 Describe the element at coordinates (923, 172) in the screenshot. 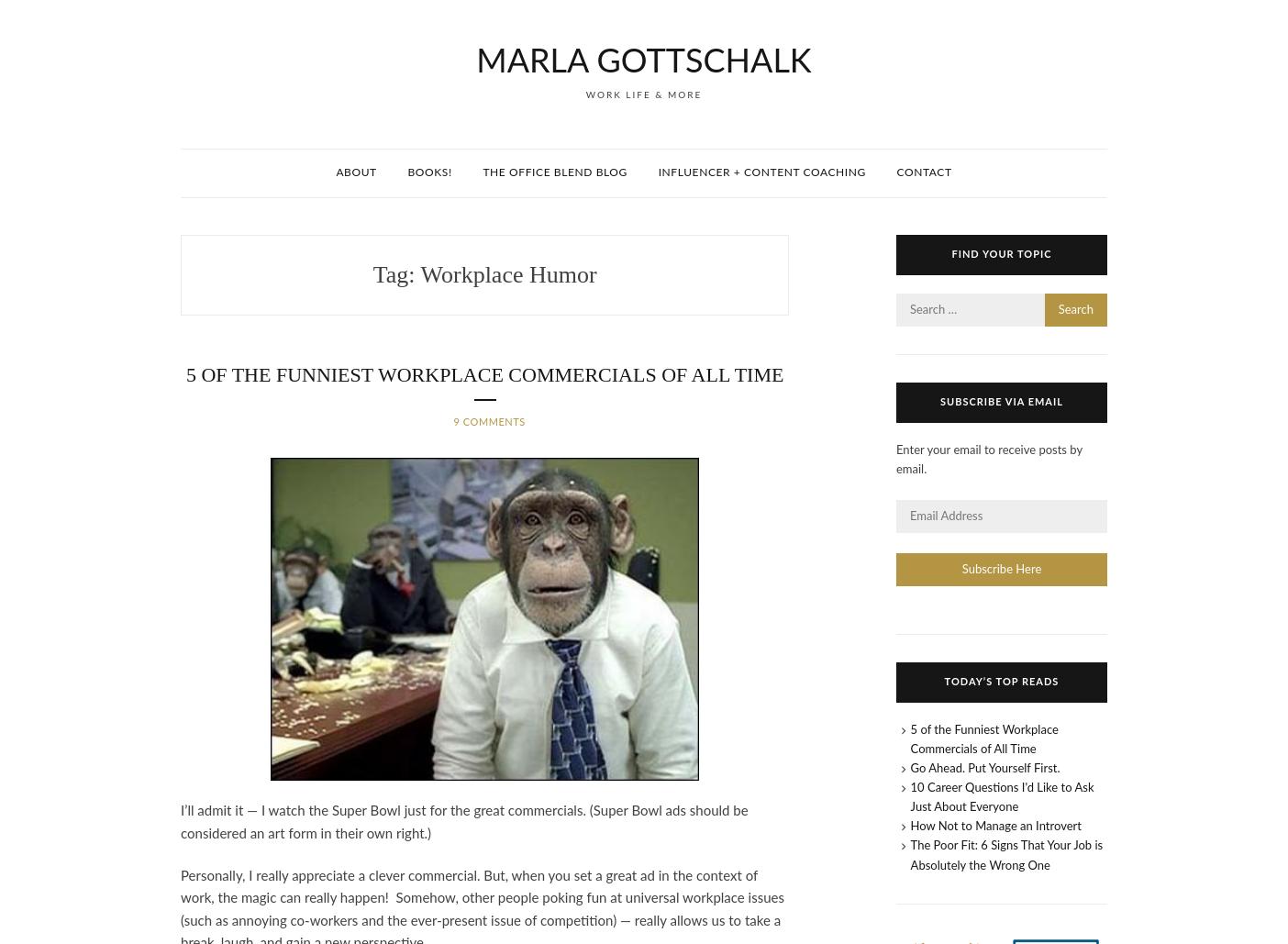

I see `'Contact'` at that location.